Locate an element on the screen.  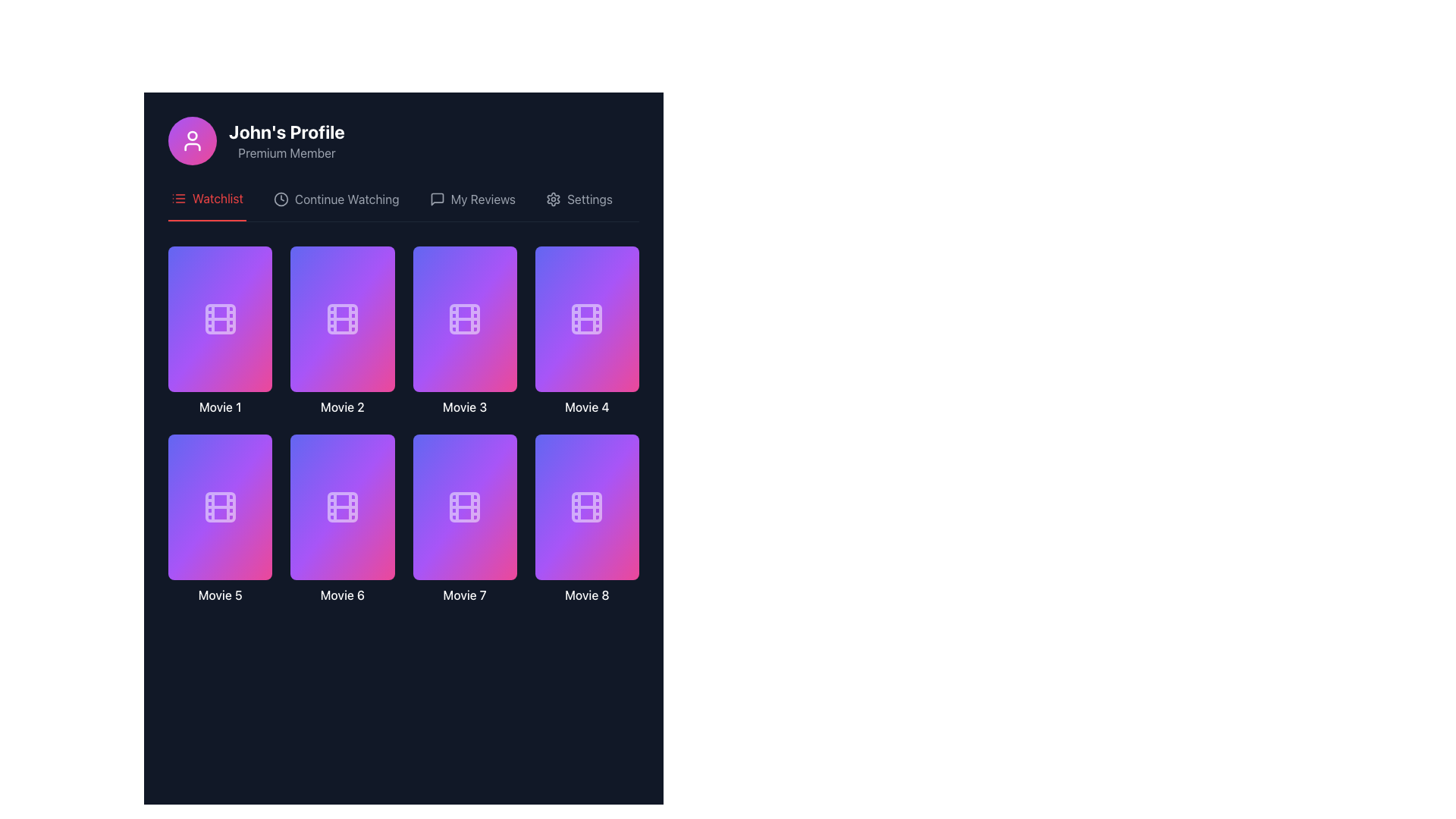
the play icon within the red circular button in the 'Movie 5' card is located at coordinates (219, 500).